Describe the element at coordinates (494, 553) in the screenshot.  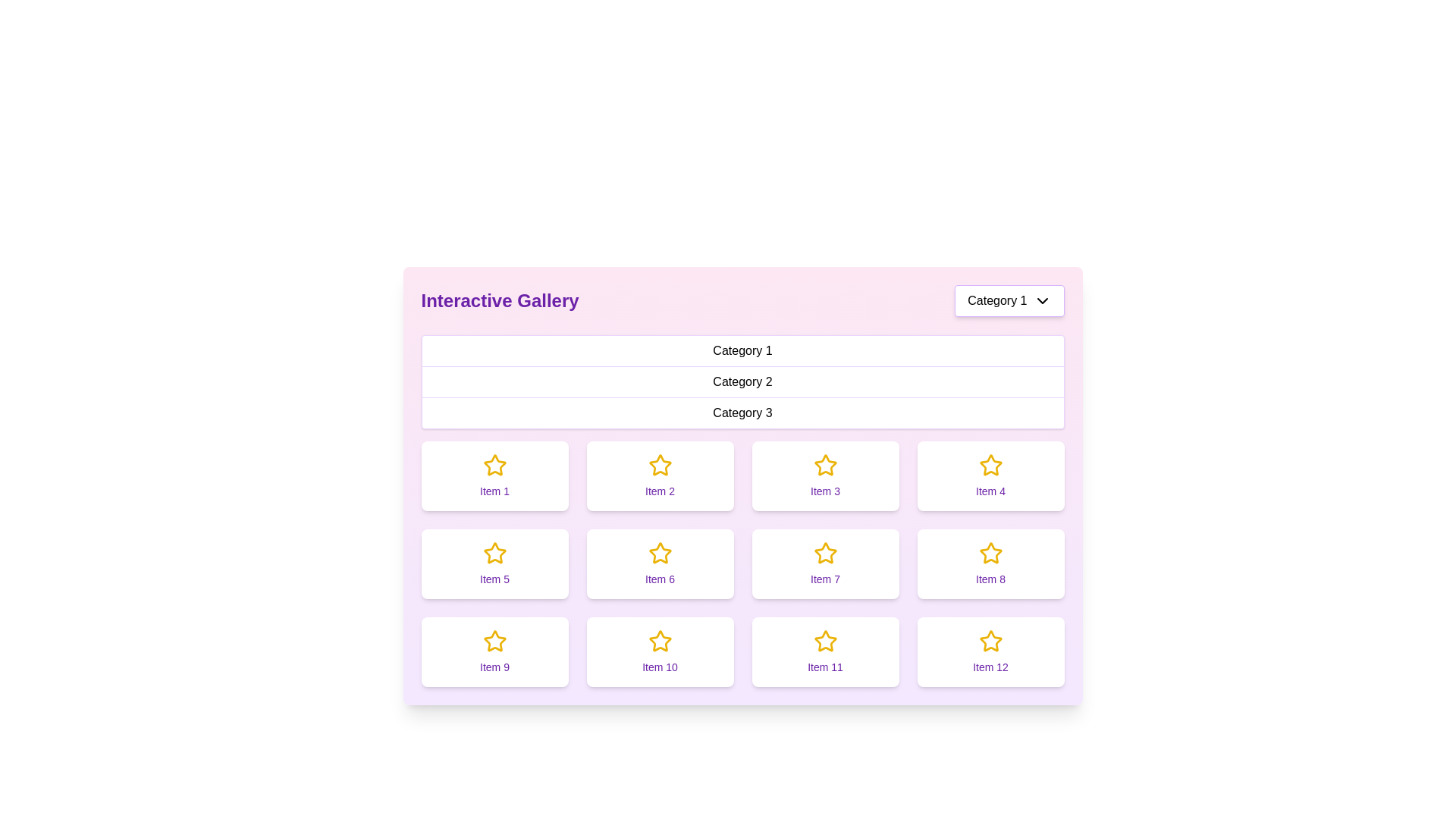
I see `the yellow outlined star icon, which is part of the card labeled 'Item 5' in the grid layout` at that location.